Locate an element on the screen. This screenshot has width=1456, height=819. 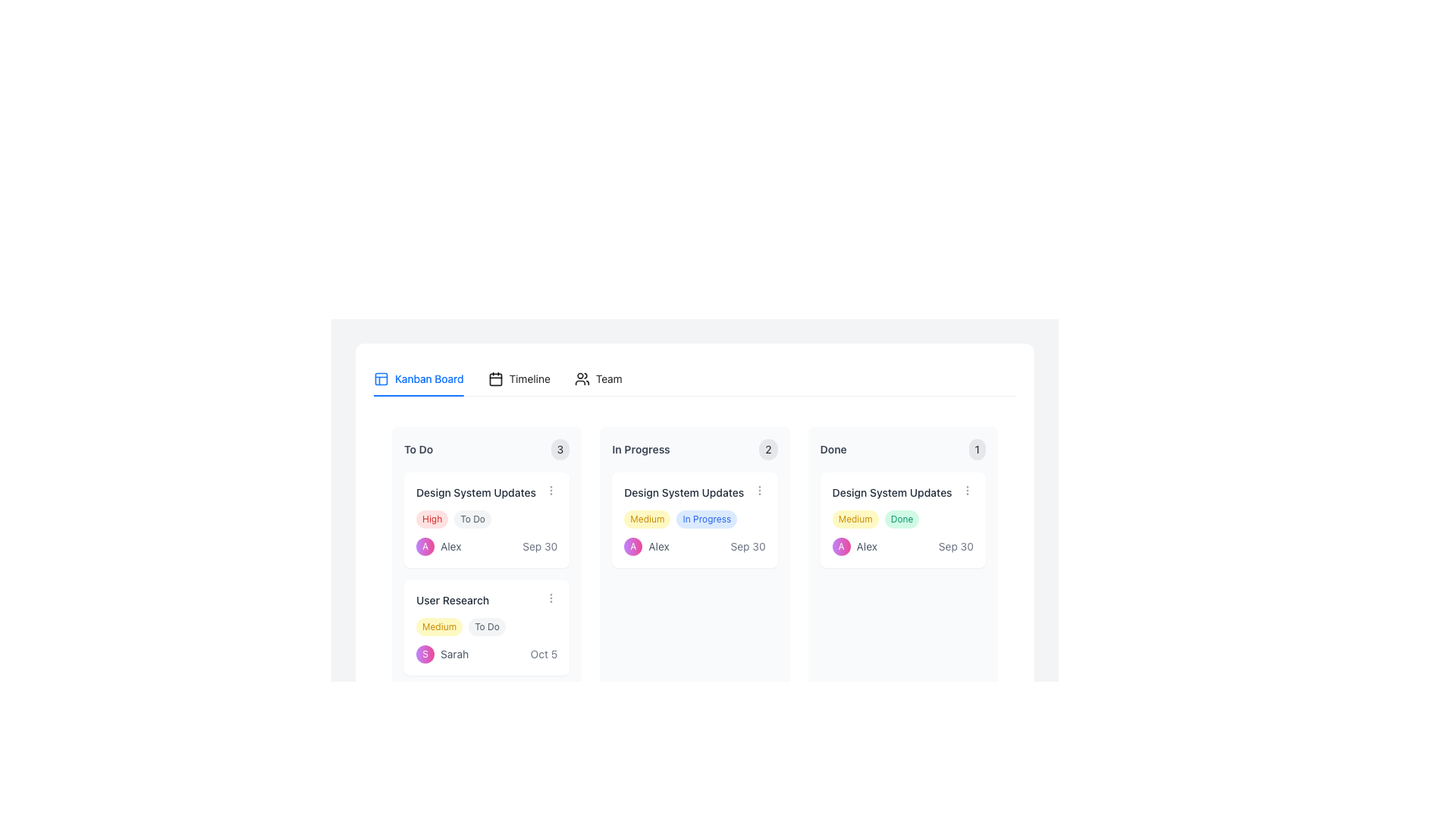
the circular badge or avatar featuring a gradient background from purple to pink with the letter 'A' in white text, located in the 'In Progress' section of the Kanban board is located at coordinates (633, 547).